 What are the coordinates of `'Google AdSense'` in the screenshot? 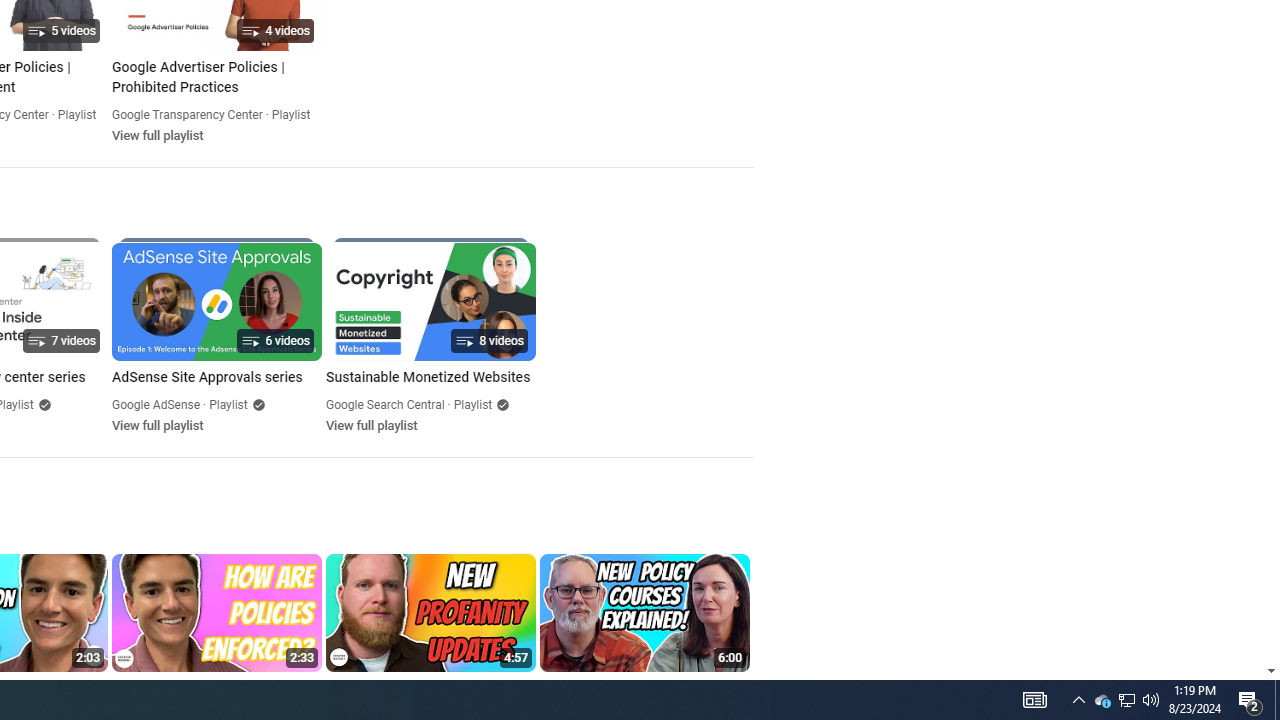 It's located at (155, 405).